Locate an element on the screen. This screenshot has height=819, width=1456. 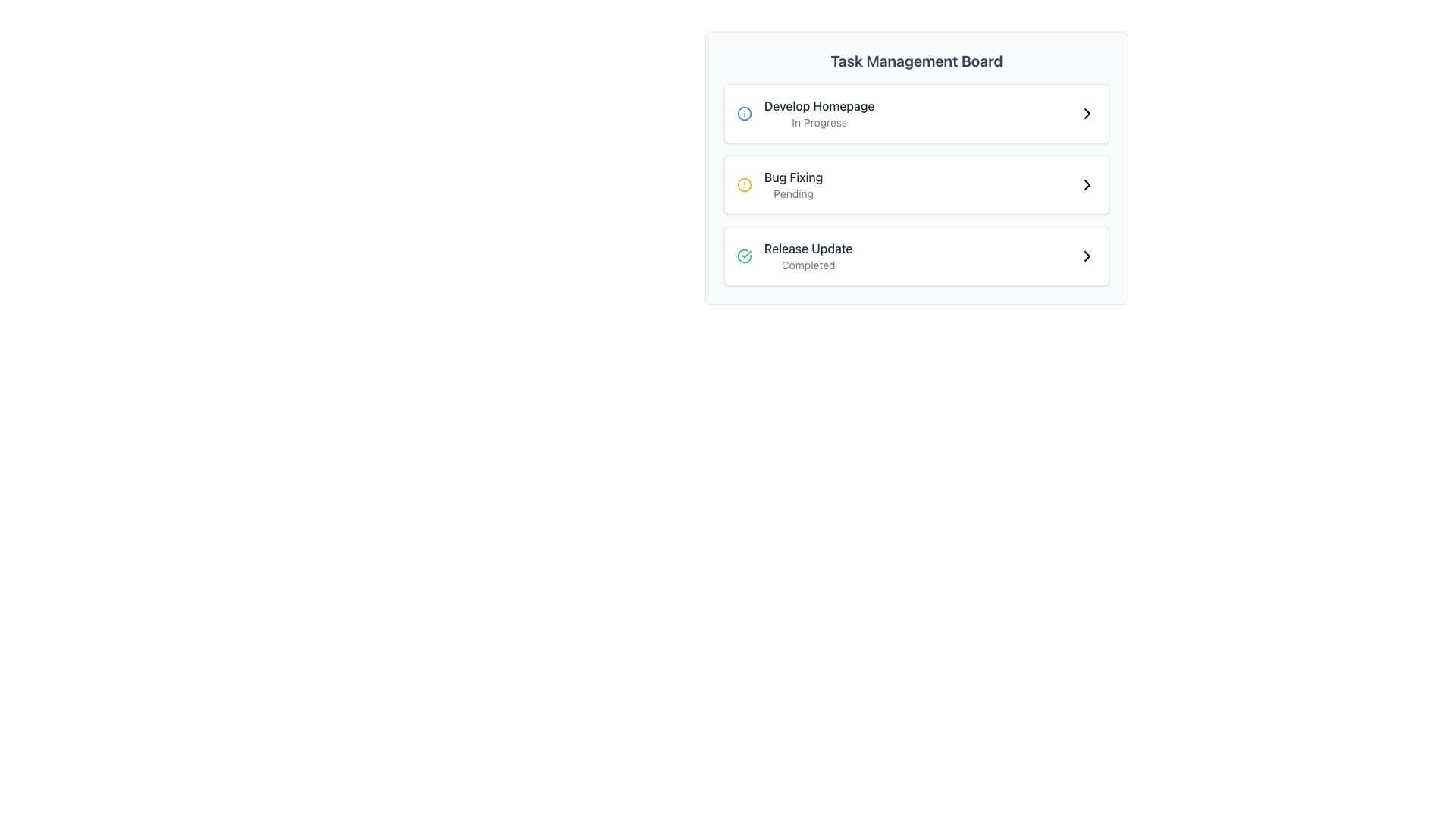
the 'Bug Fixing' text label, which is styled in medium font weight and dark gray color, located in the second task entry above the 'Pending' subtitle is located at coordinates (792, 177).